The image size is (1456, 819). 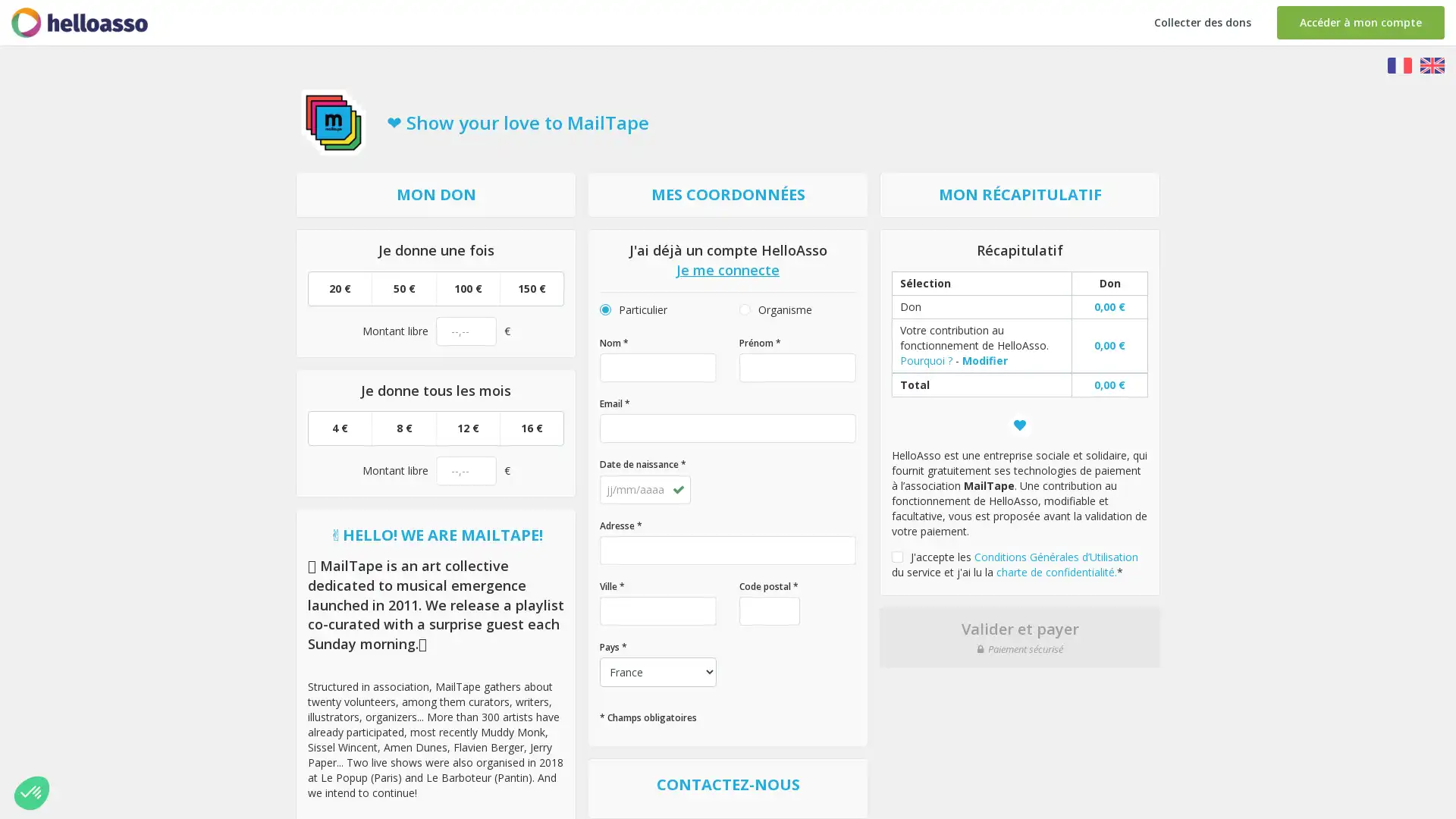 I want to click on Tout accepter, so click(x=280, y=742).